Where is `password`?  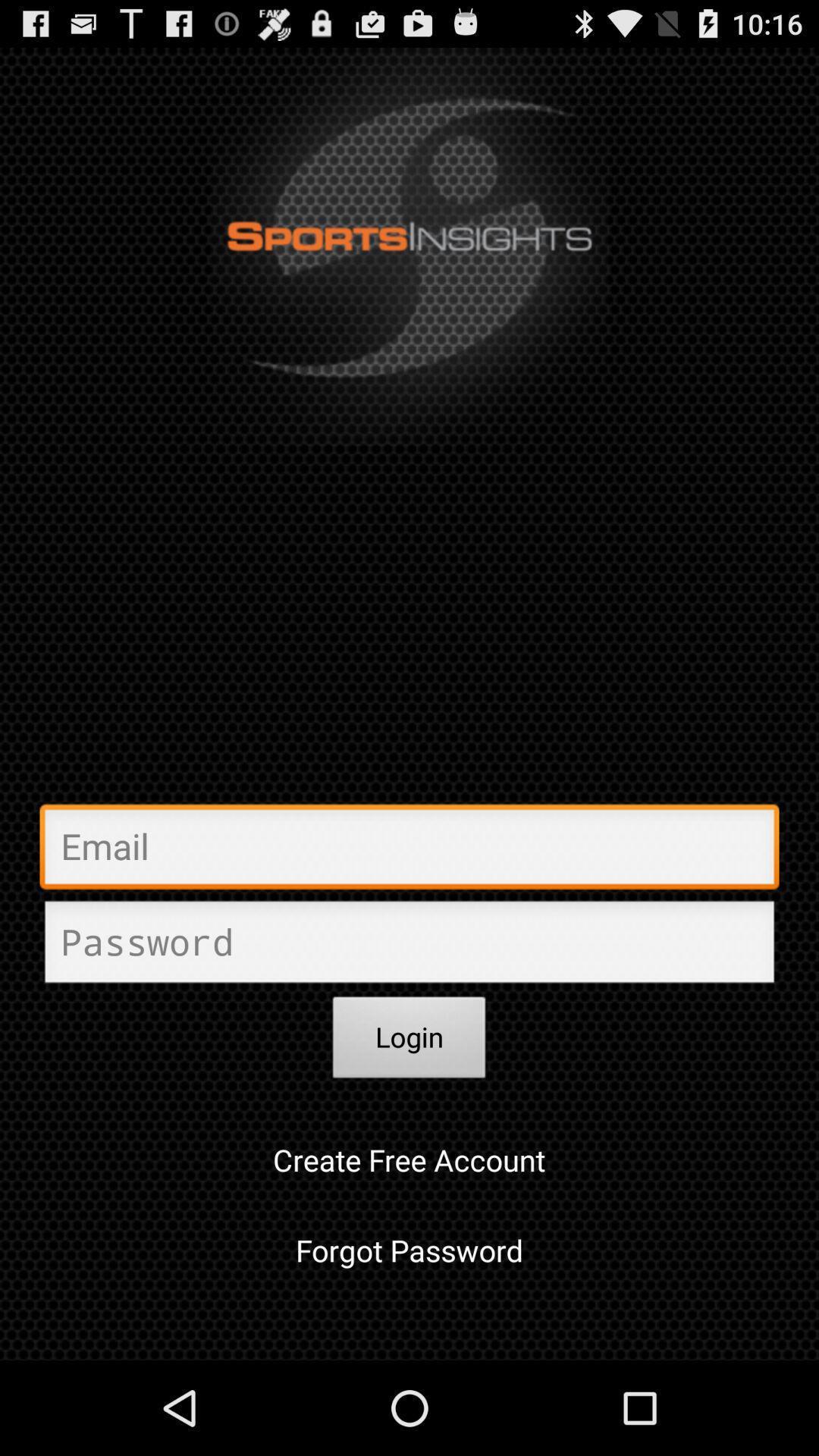 password is located at coordinates (409, 946).